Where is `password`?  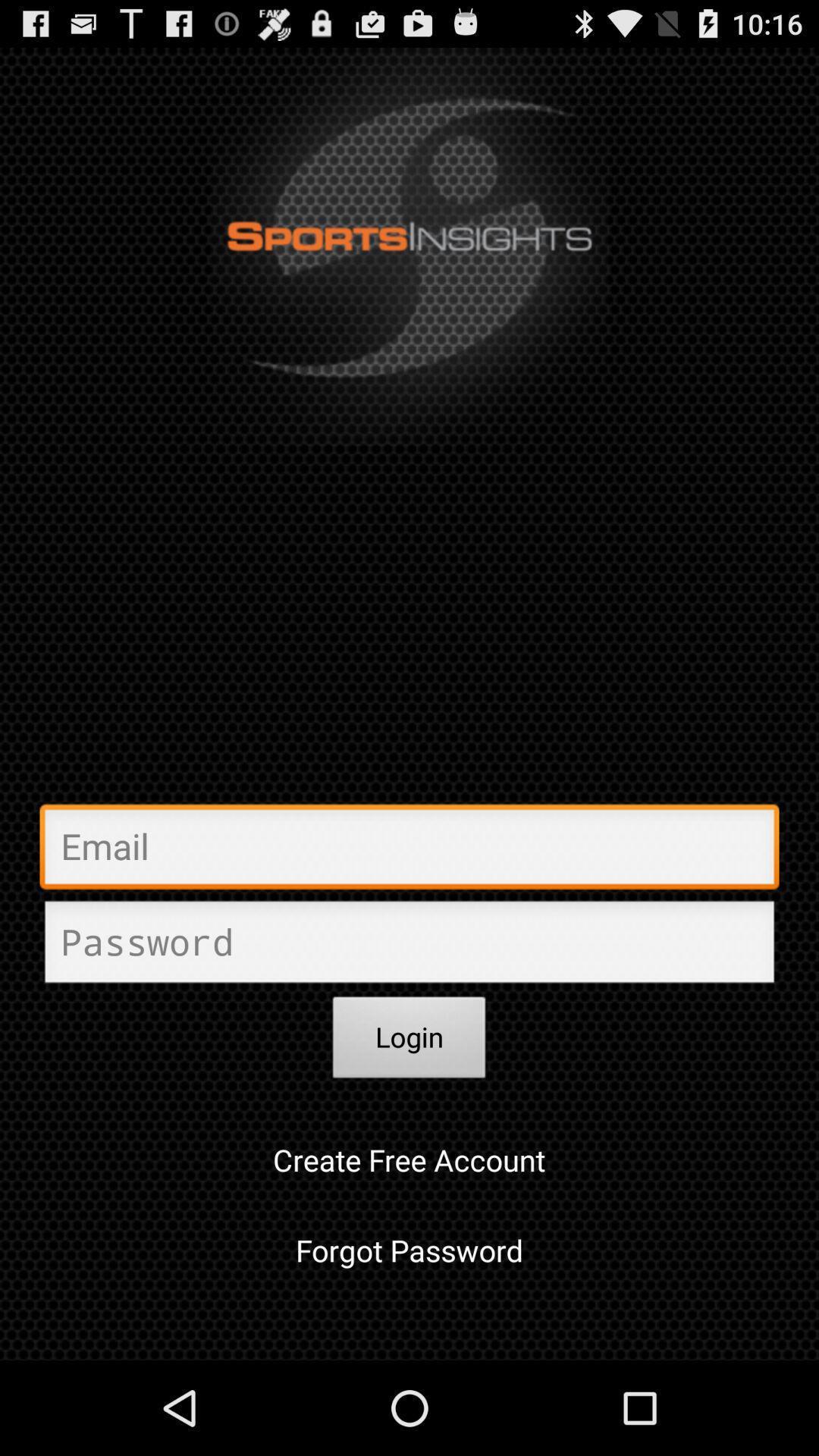 password is located at coordinates (409, 946).